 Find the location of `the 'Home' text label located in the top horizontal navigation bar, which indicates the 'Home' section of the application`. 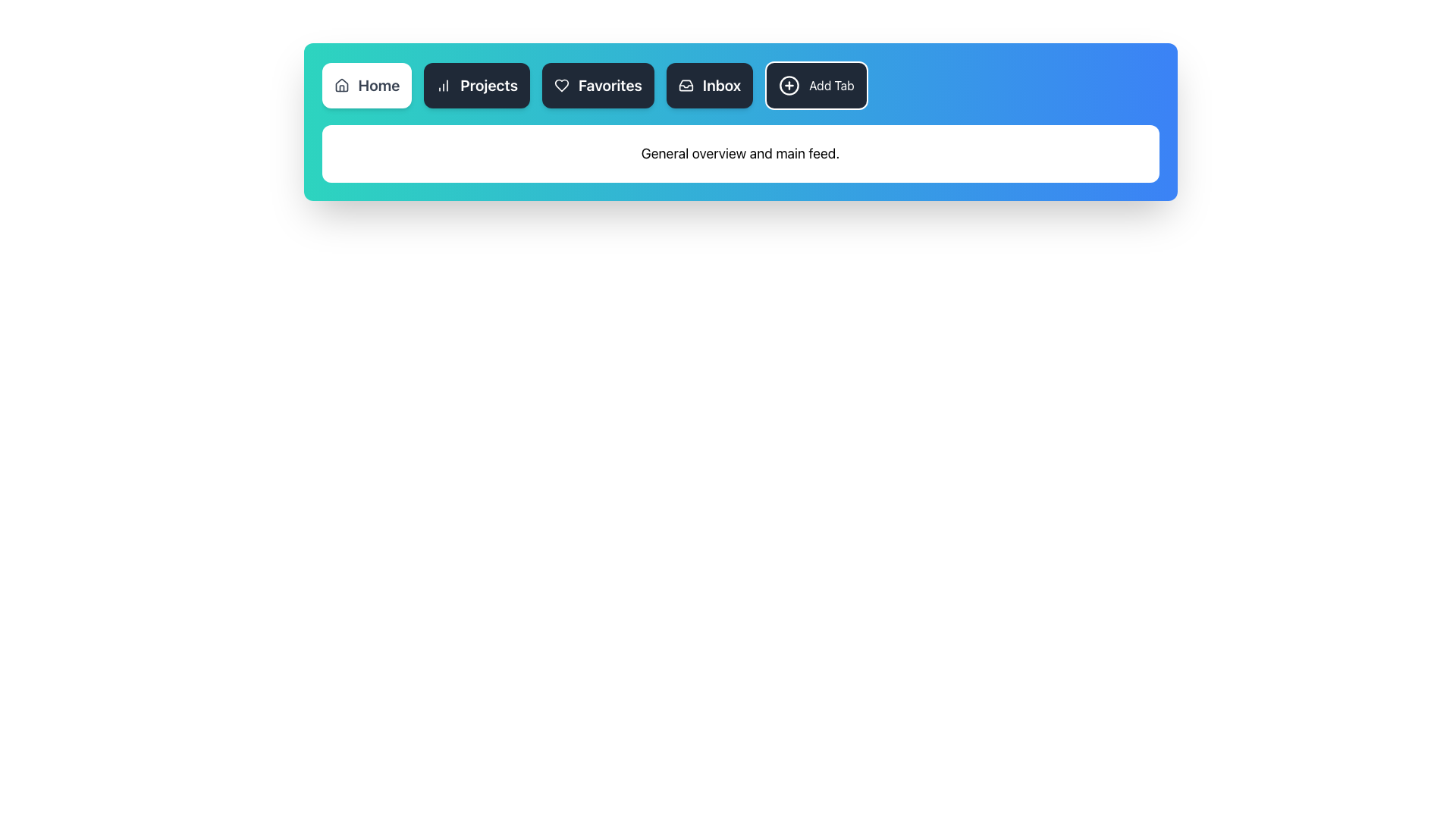

the 'Home' text label located in the top horizontal navigation bar, which indicates the 'Home' section of the application is located at coordinates (378, 85).